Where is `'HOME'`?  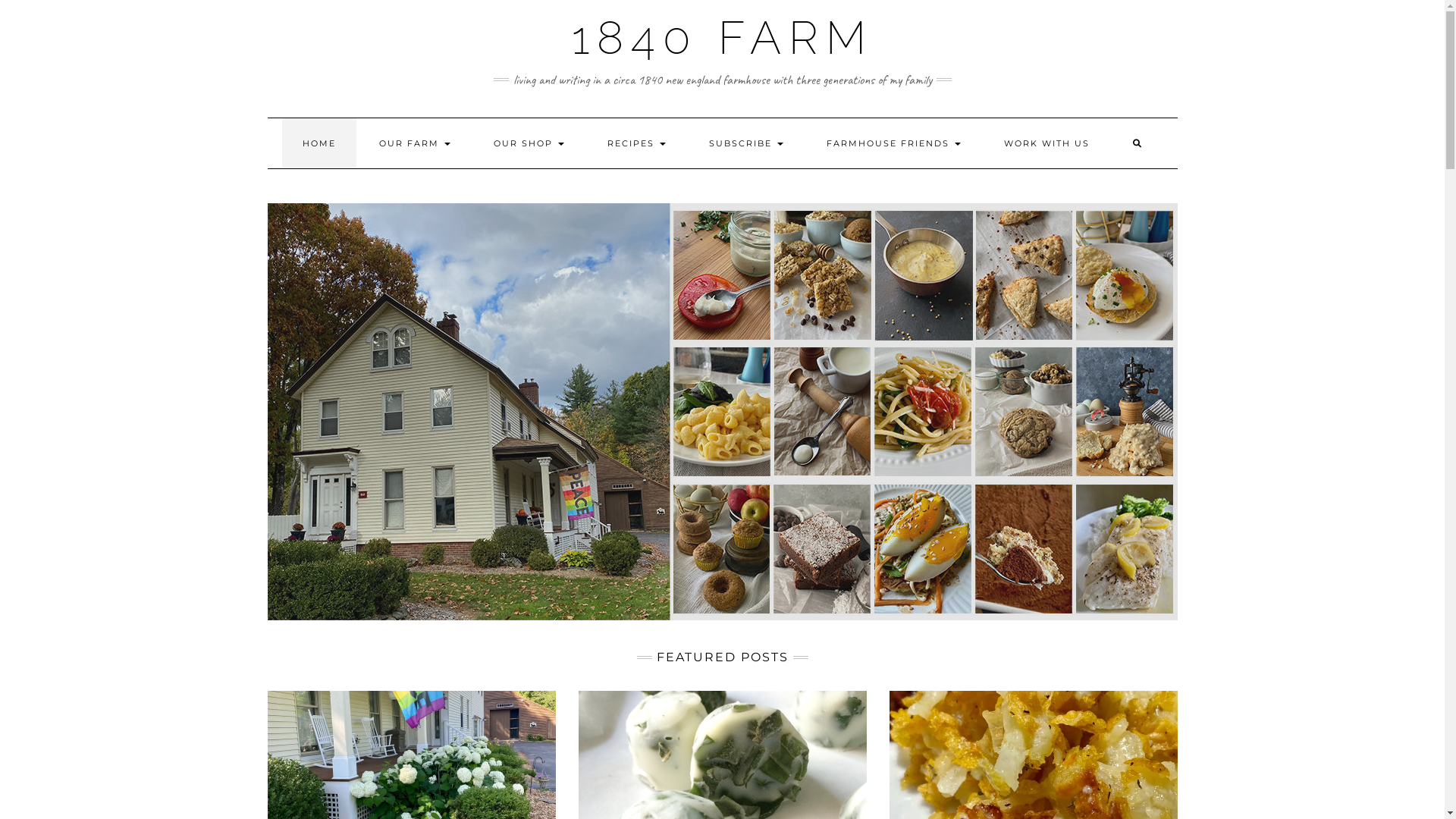
'HOME' is located at coordinates (318, 143).